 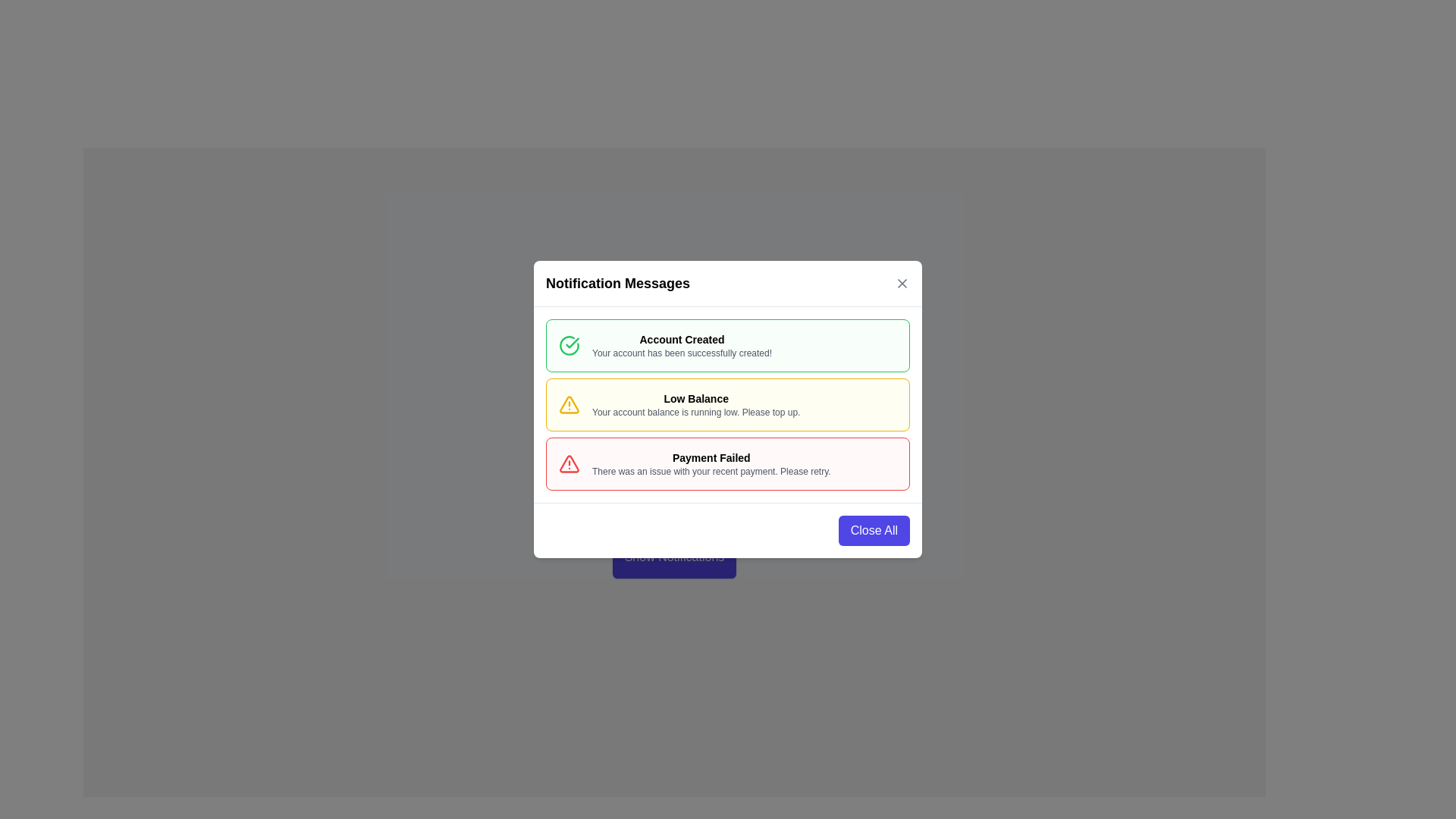 I want to click on the yellow triangular alert icon with an exclamation mark located in the 'Low Balance' notification box, positioned to the left of the text content, so click(x=568, y=403).